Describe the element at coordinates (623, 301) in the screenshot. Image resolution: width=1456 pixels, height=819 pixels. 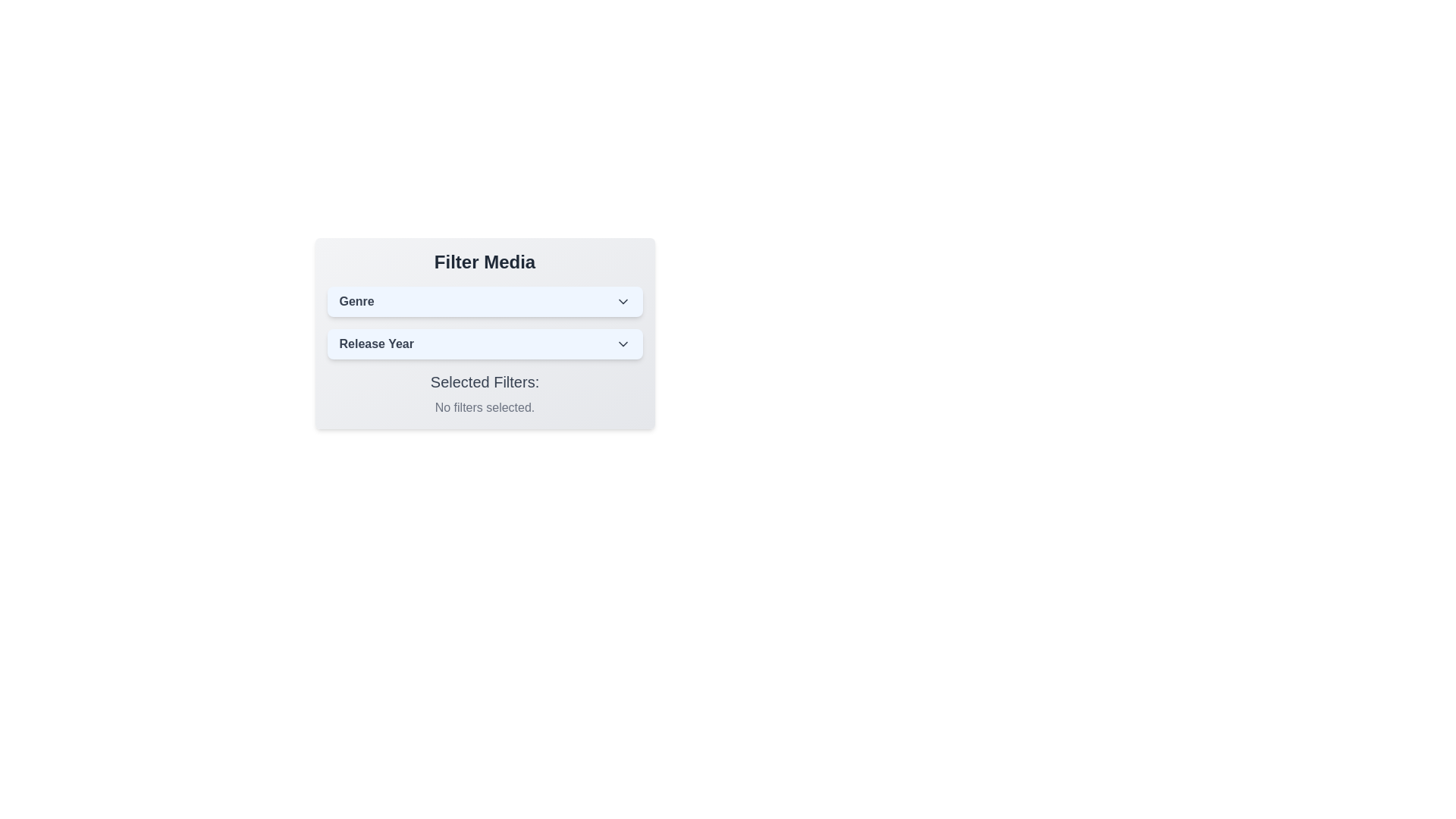
I see `the chevron-down dropdown toggle icon located at the far right of the 'Genre' button for visual feedback` at that location.